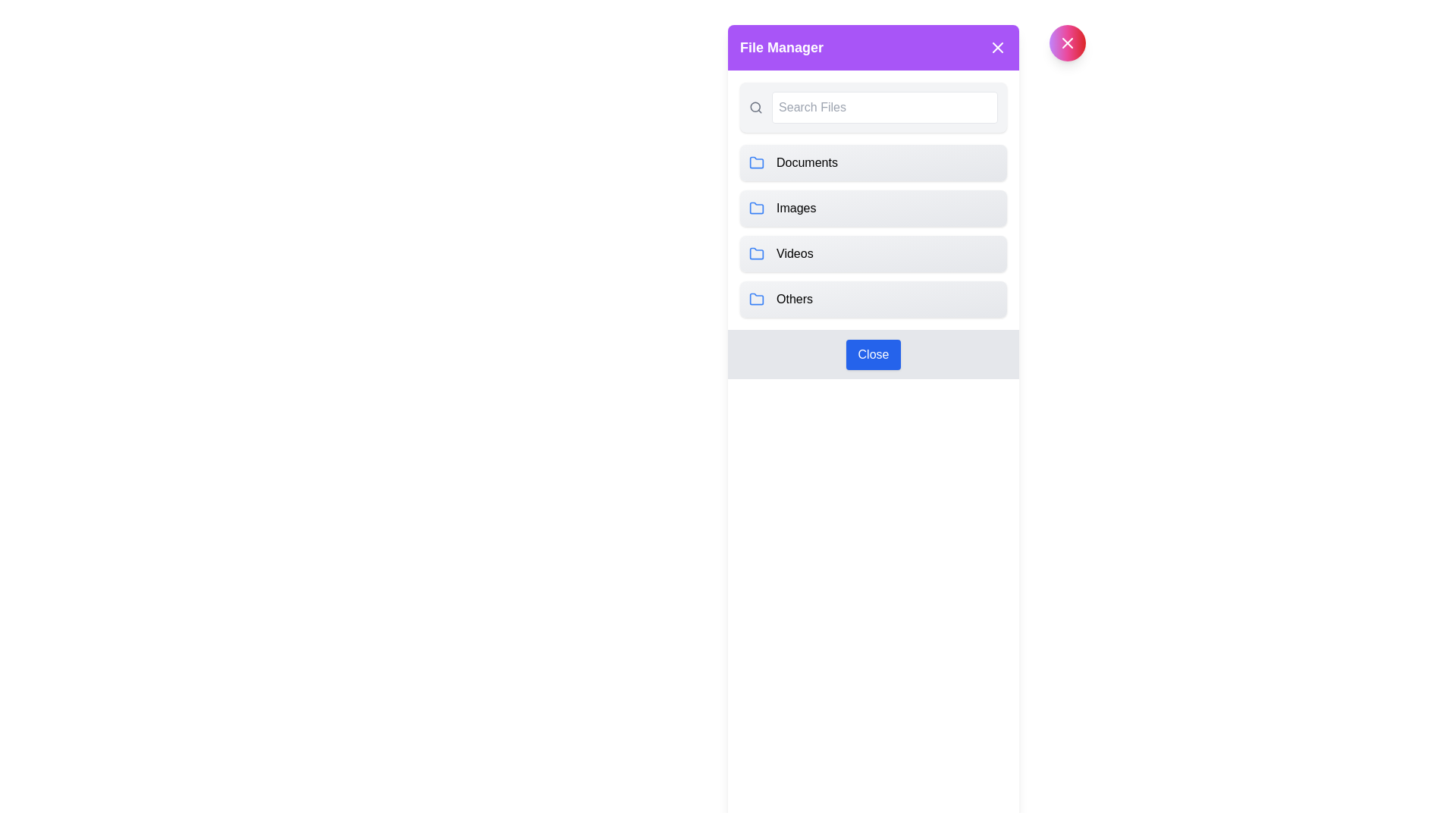 The height and width of the screenshot is (819, 1456). I want to click on the topmost button labeled 'Documents' in the file manager interface, so click(874, 163).